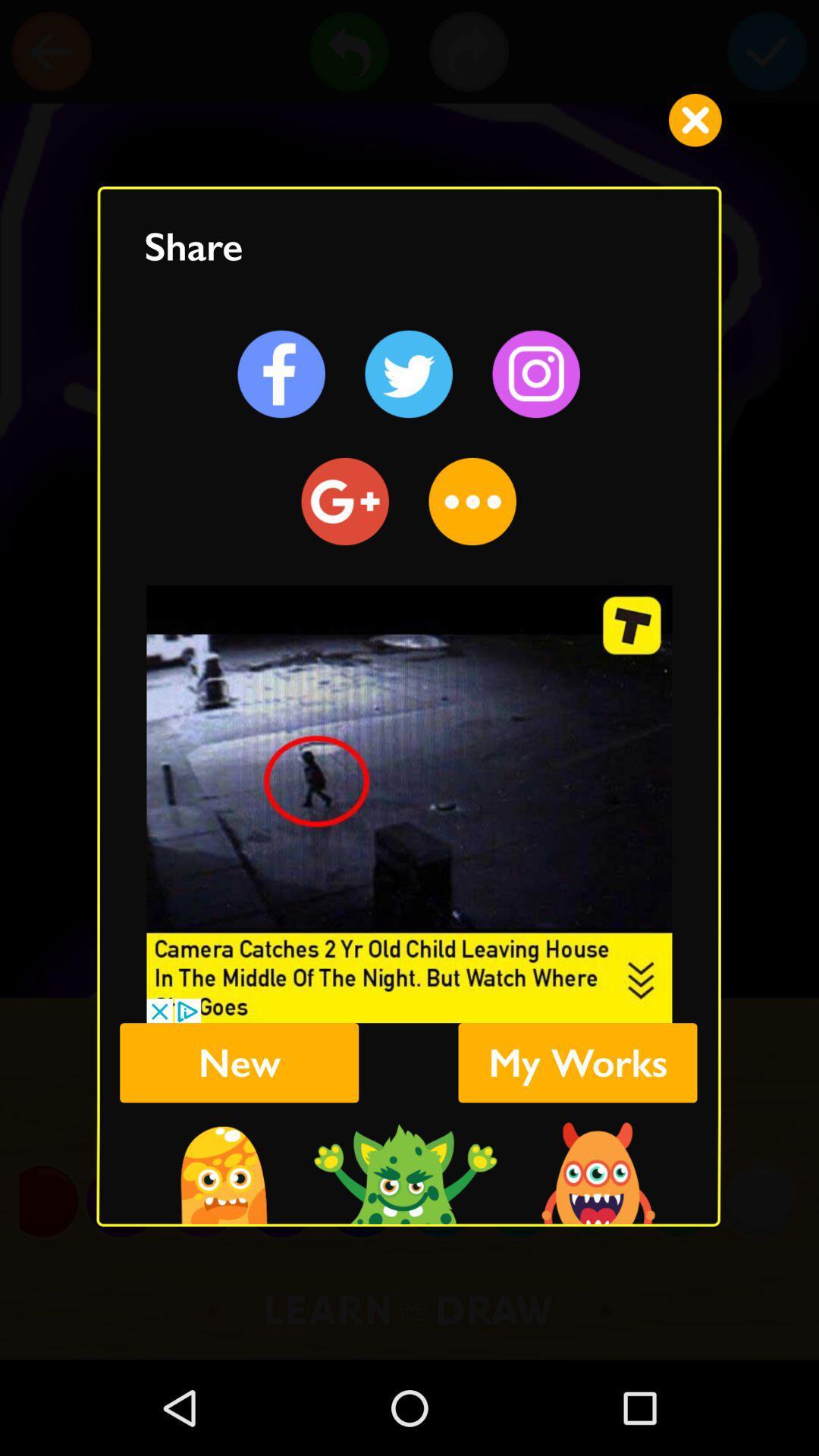  What do you see at coordinates (535, 374) in the screenshot?
I see `the photo icon` at bounding box center [535, 374].